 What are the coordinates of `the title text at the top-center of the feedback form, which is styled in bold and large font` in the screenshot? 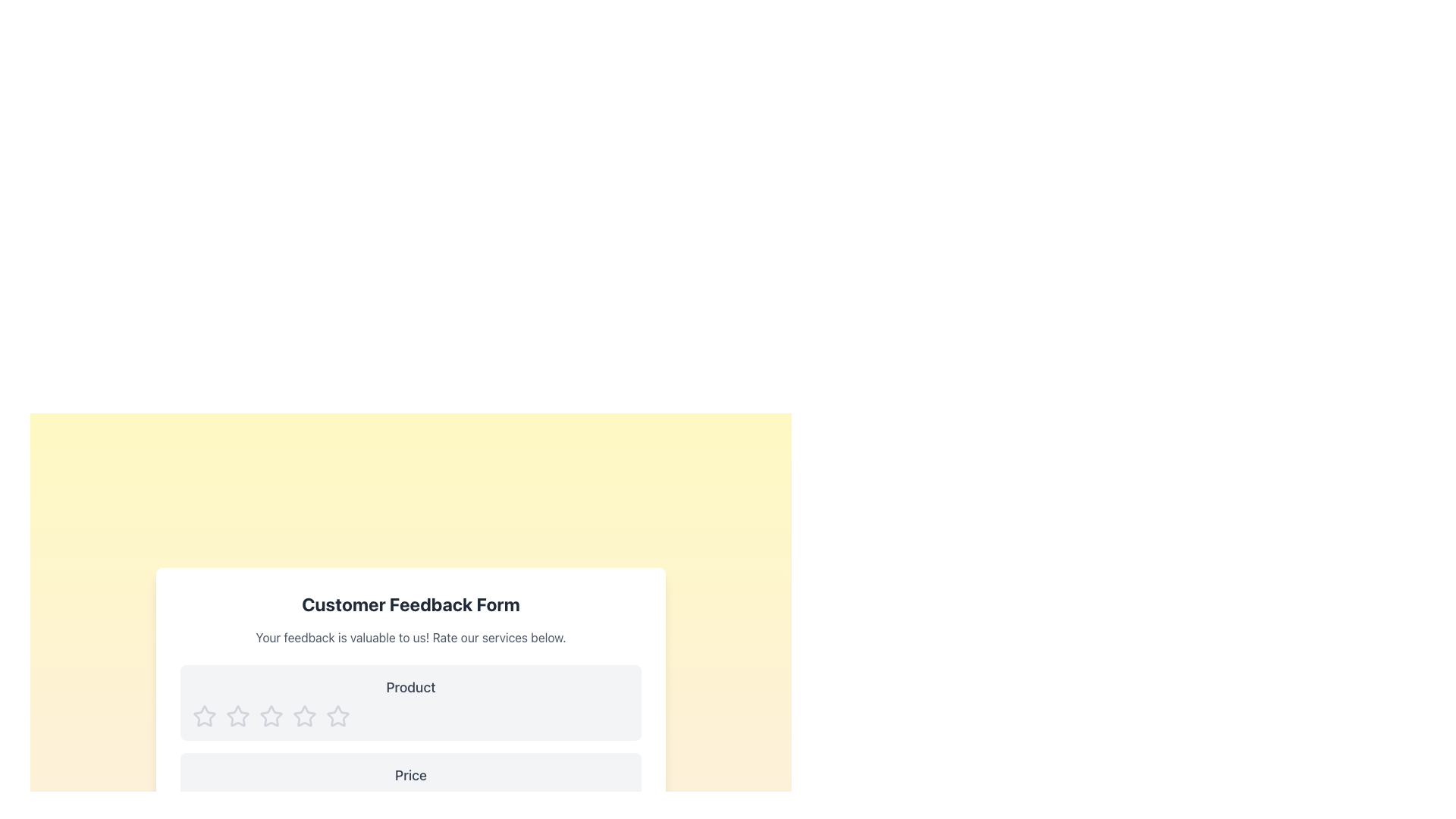 It's located at (411, 604).